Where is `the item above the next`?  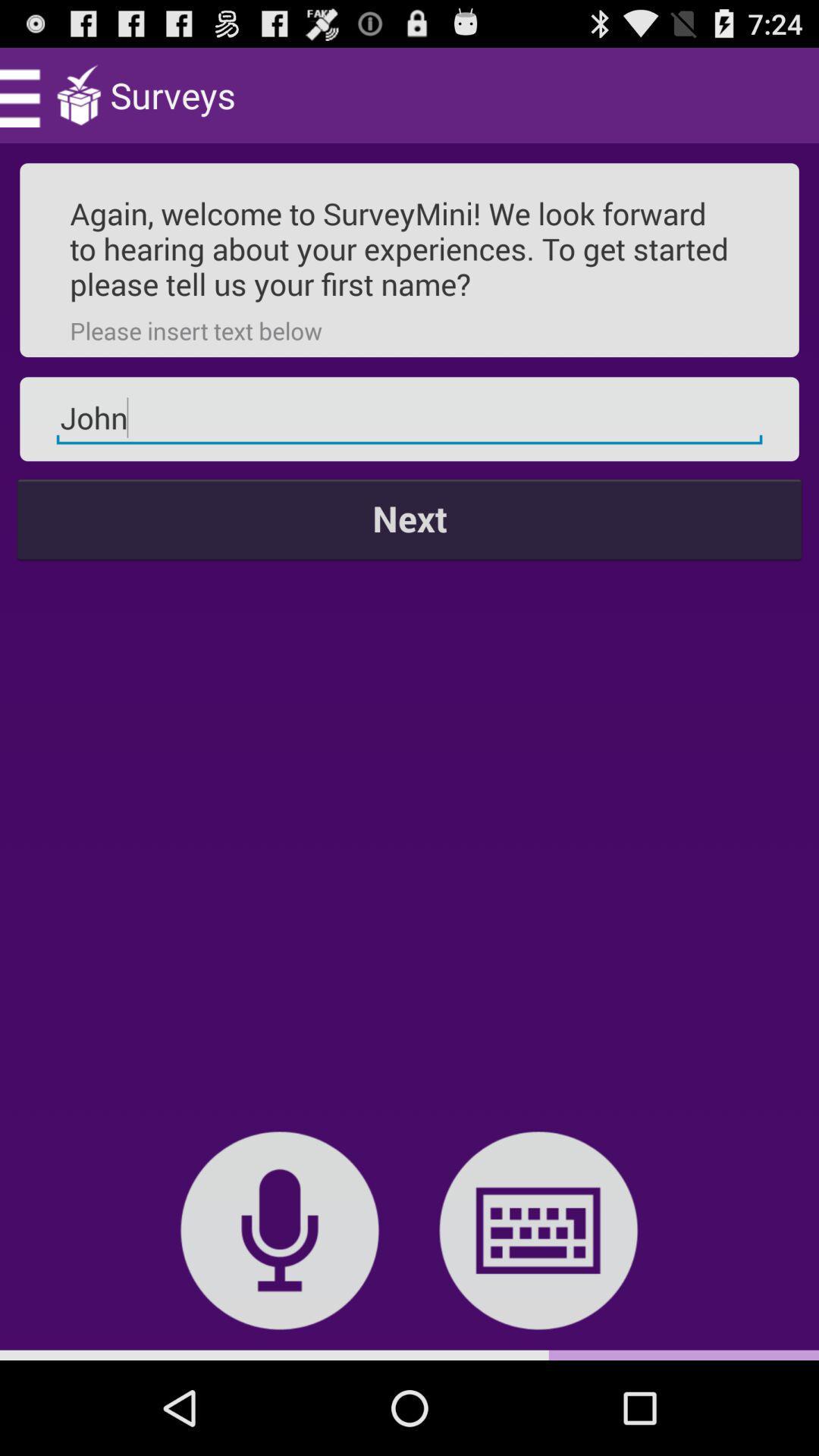 the item above the next is located at coordinates (409, 419).